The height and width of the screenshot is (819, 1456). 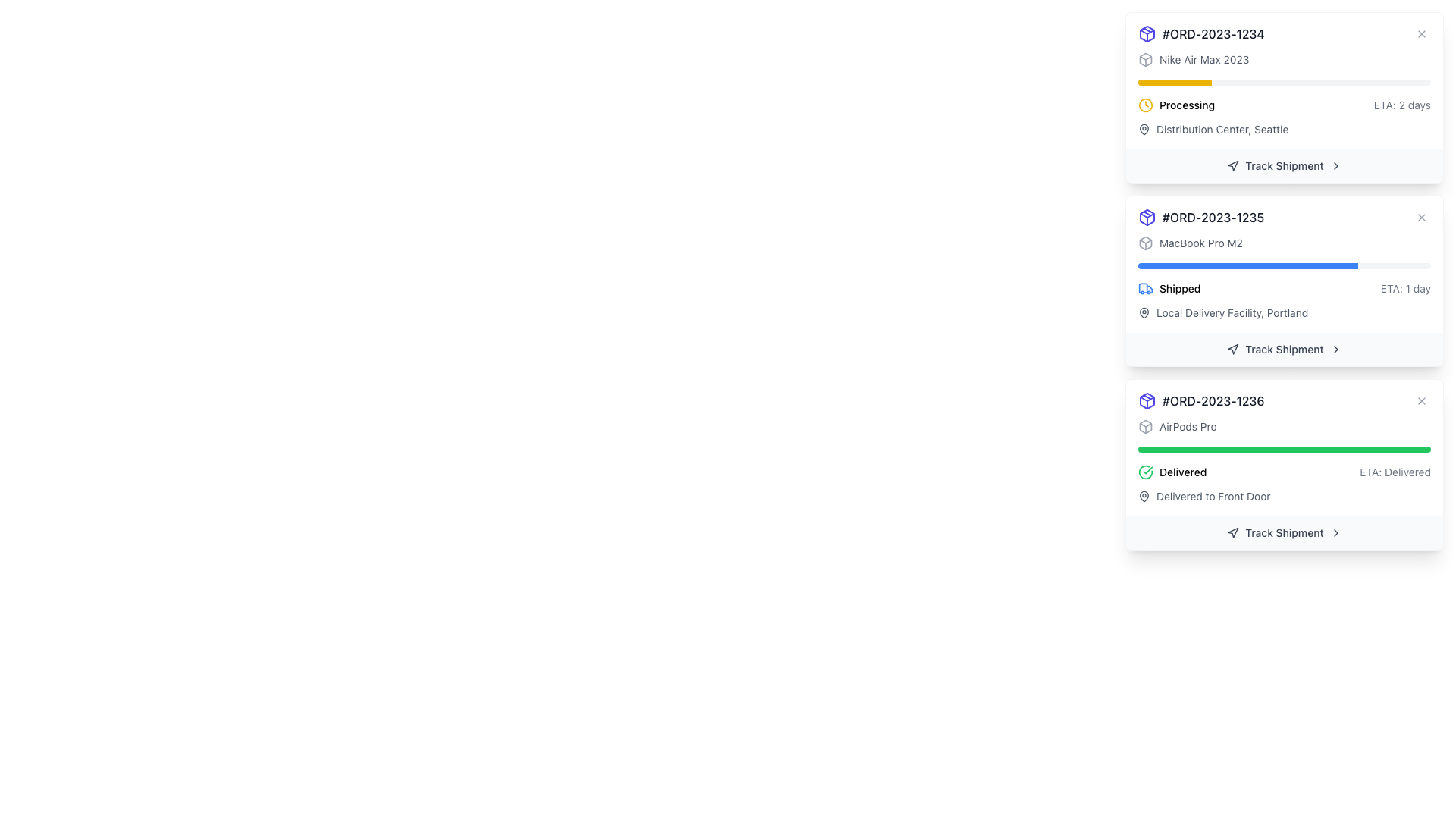 I want to click on the map pin icon indicating the delivery location, which is styled with a thin gray outline and positioned next to the 'Delivered to Front Door' label related to the AirPods Pro order (order ID #ORD-2023-1236), so click(x=1144, y=497).